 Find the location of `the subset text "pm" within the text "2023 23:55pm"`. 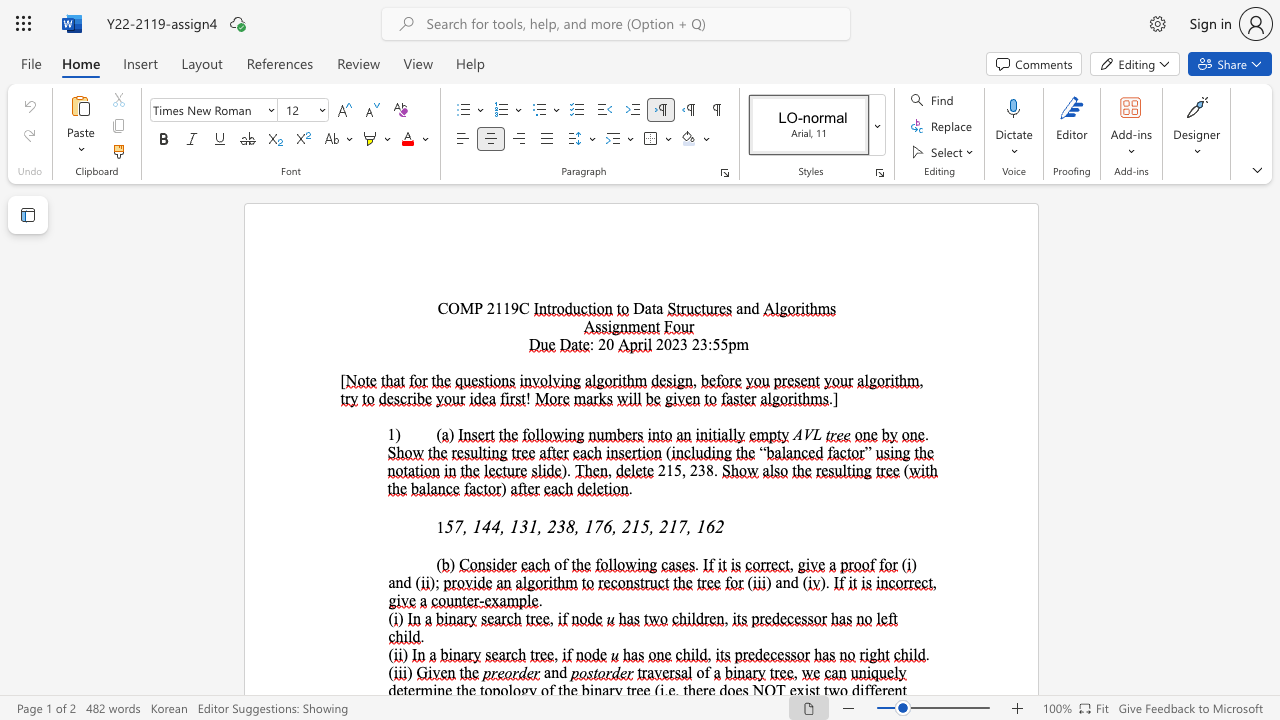

the subset text "pm" within the text "2023 23:55pm" is located at coordinates (727, 343).